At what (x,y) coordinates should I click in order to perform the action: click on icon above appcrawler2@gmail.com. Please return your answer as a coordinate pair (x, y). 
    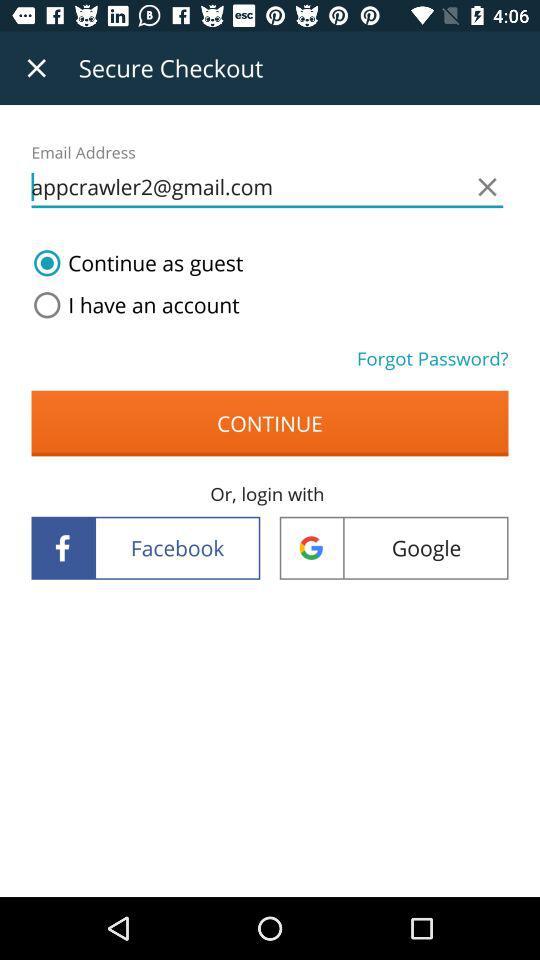
    Looking at the image, I should click on (36, 68).